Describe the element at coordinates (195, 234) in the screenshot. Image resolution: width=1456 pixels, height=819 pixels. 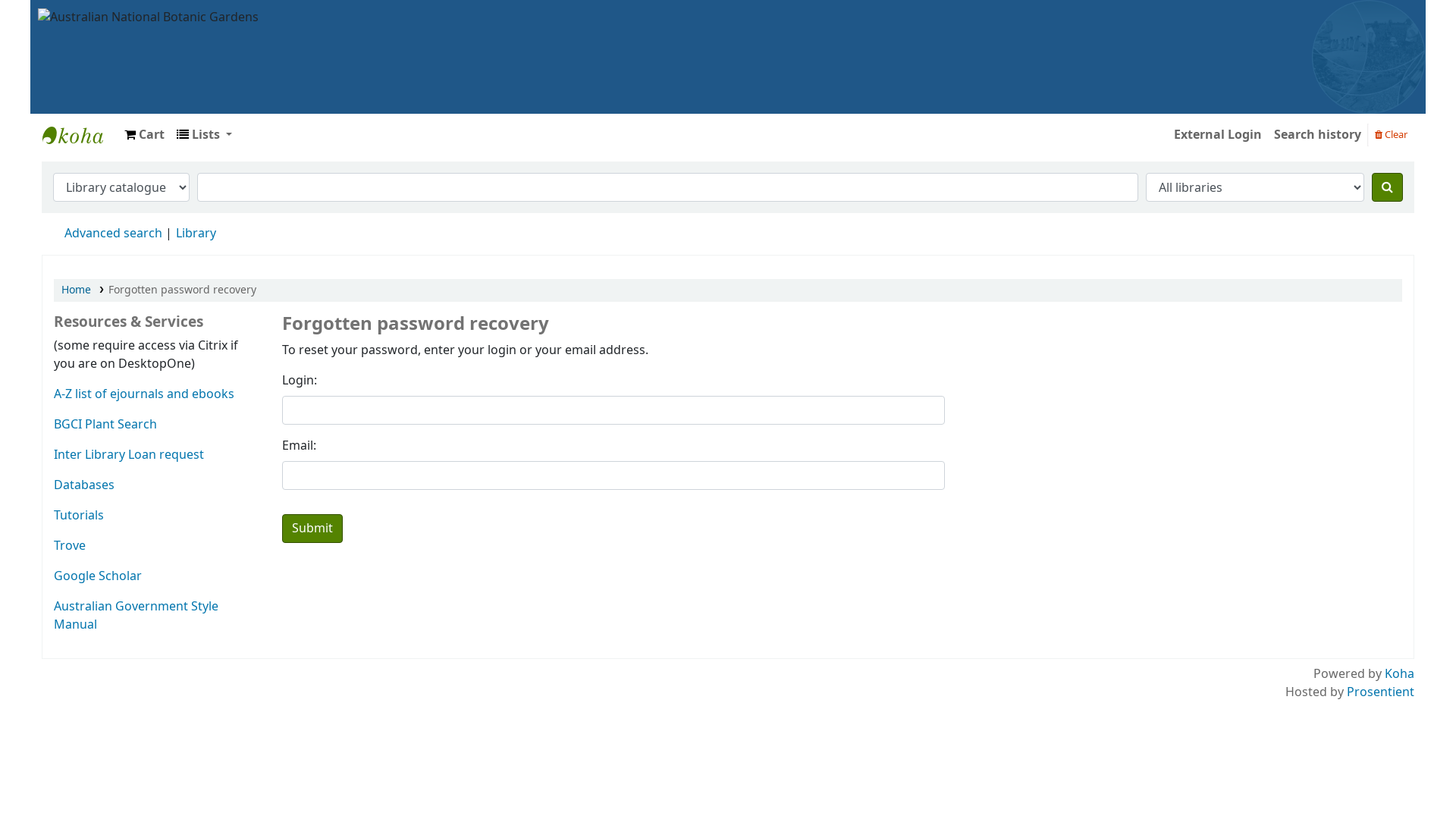
I see `'Library'` at that location.